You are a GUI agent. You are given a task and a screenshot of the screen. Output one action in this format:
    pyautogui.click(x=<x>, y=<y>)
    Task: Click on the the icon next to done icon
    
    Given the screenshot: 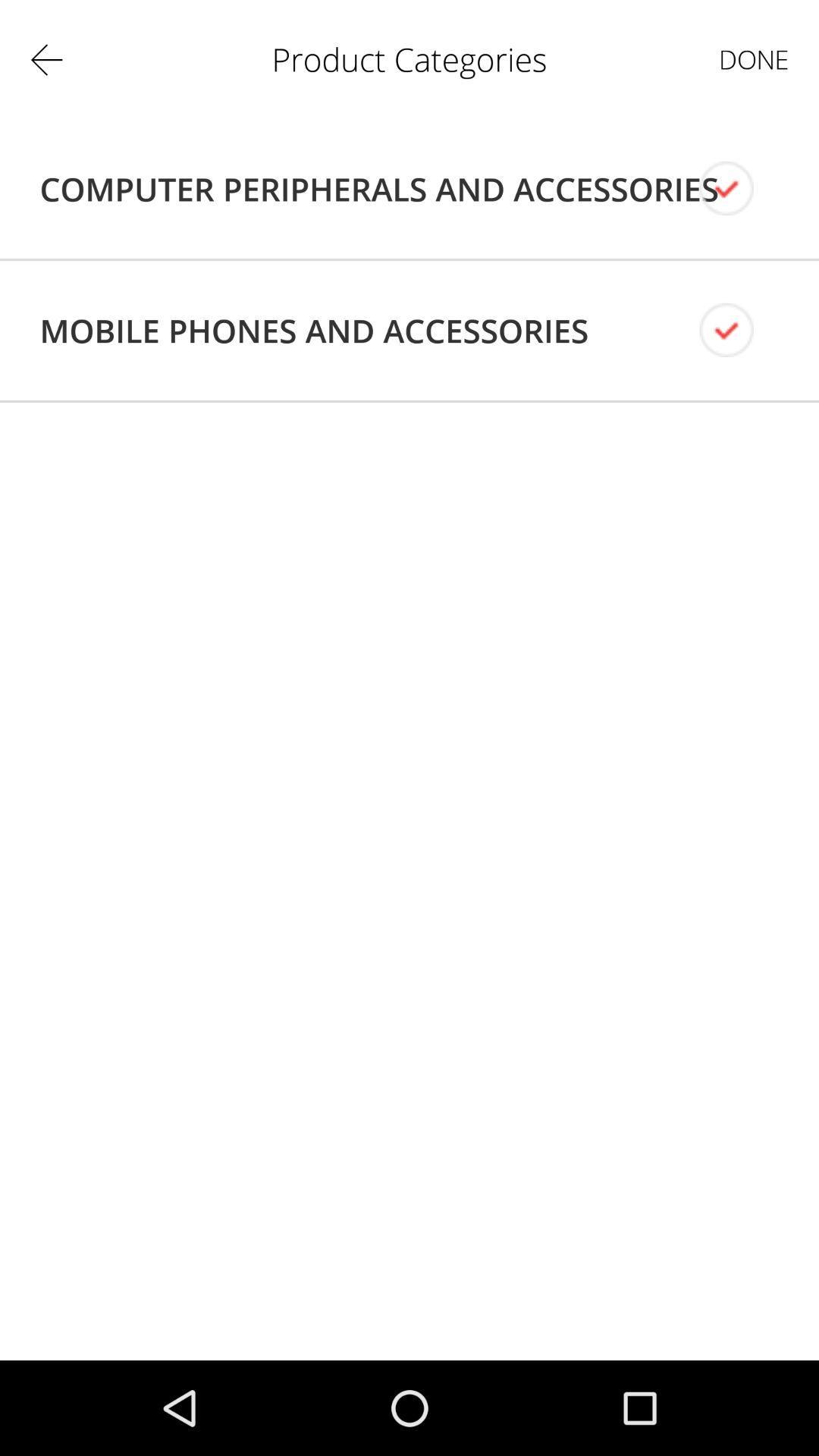 What is the action you would take?
    pyautogui.click(x=378, y=188)
    